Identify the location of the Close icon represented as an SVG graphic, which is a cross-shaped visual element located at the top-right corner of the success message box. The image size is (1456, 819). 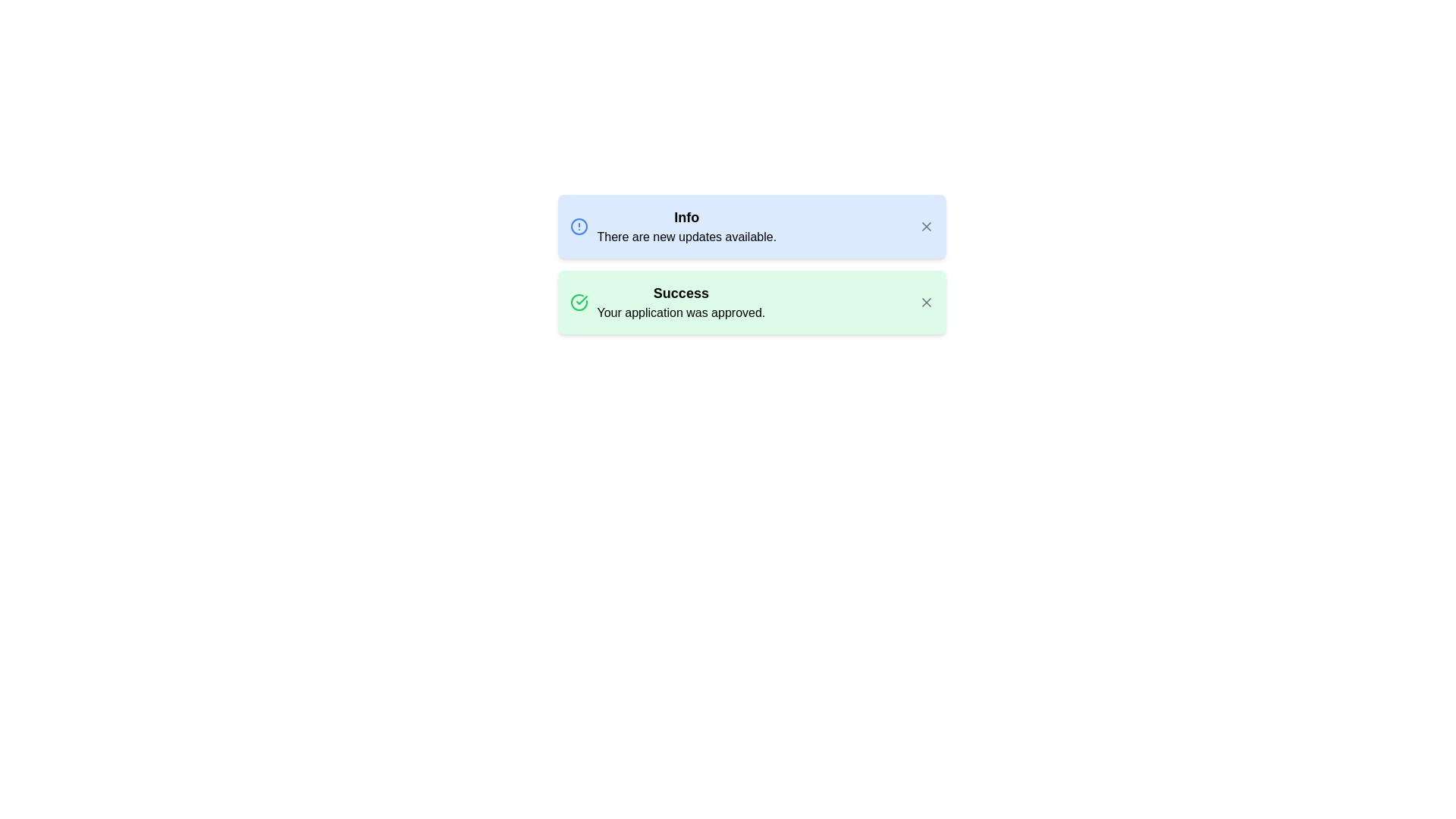
(925, 302).